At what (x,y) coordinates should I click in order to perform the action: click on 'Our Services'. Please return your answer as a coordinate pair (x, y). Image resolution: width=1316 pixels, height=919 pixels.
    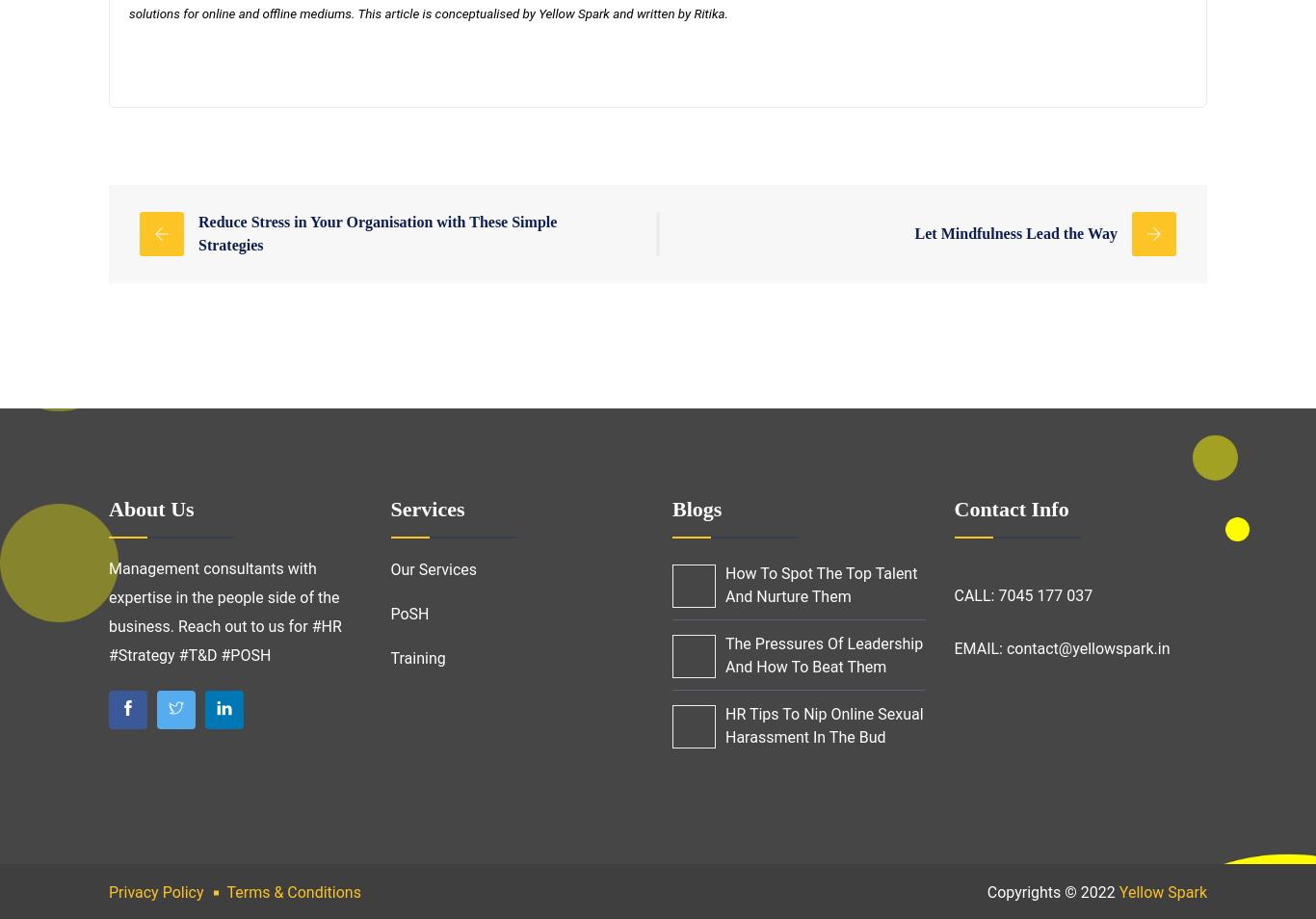
    Looking at the image, I should click on (432, 568).